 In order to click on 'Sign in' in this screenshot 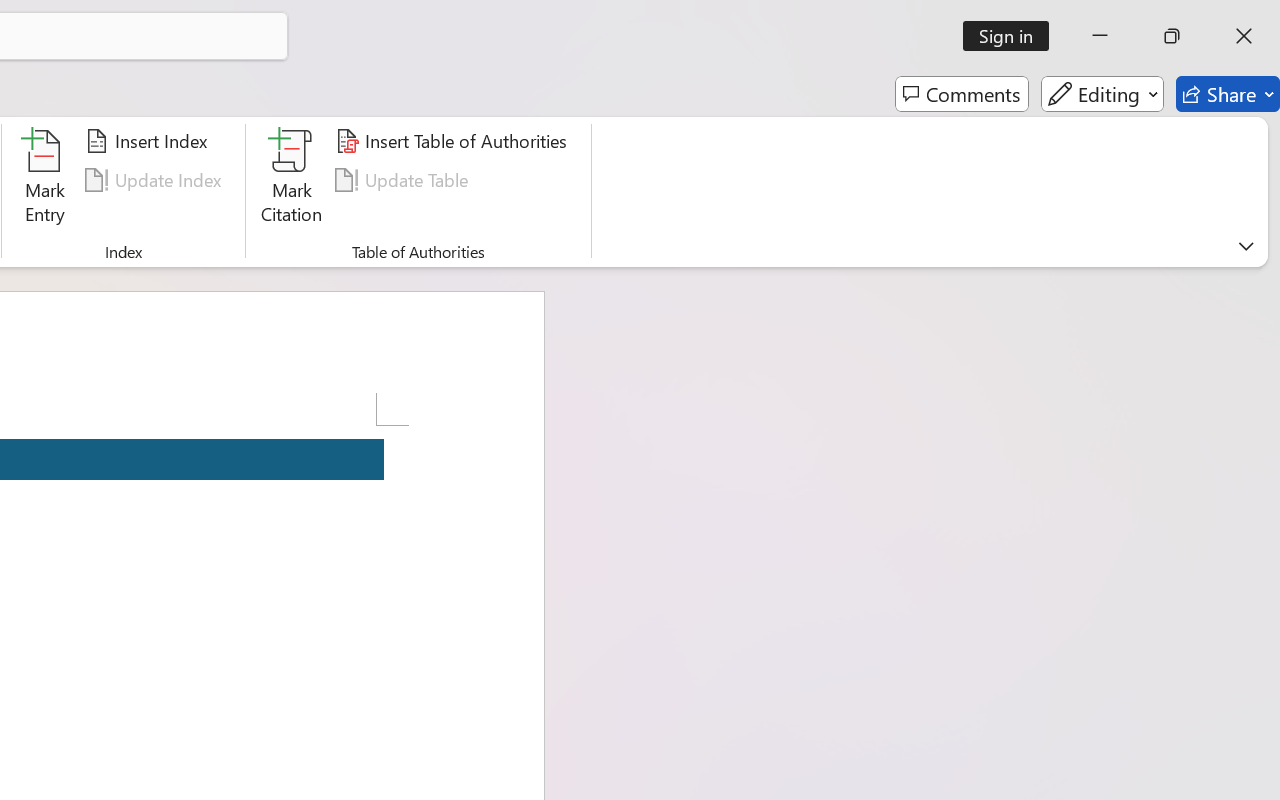, I will do `click(1013, 35)`.